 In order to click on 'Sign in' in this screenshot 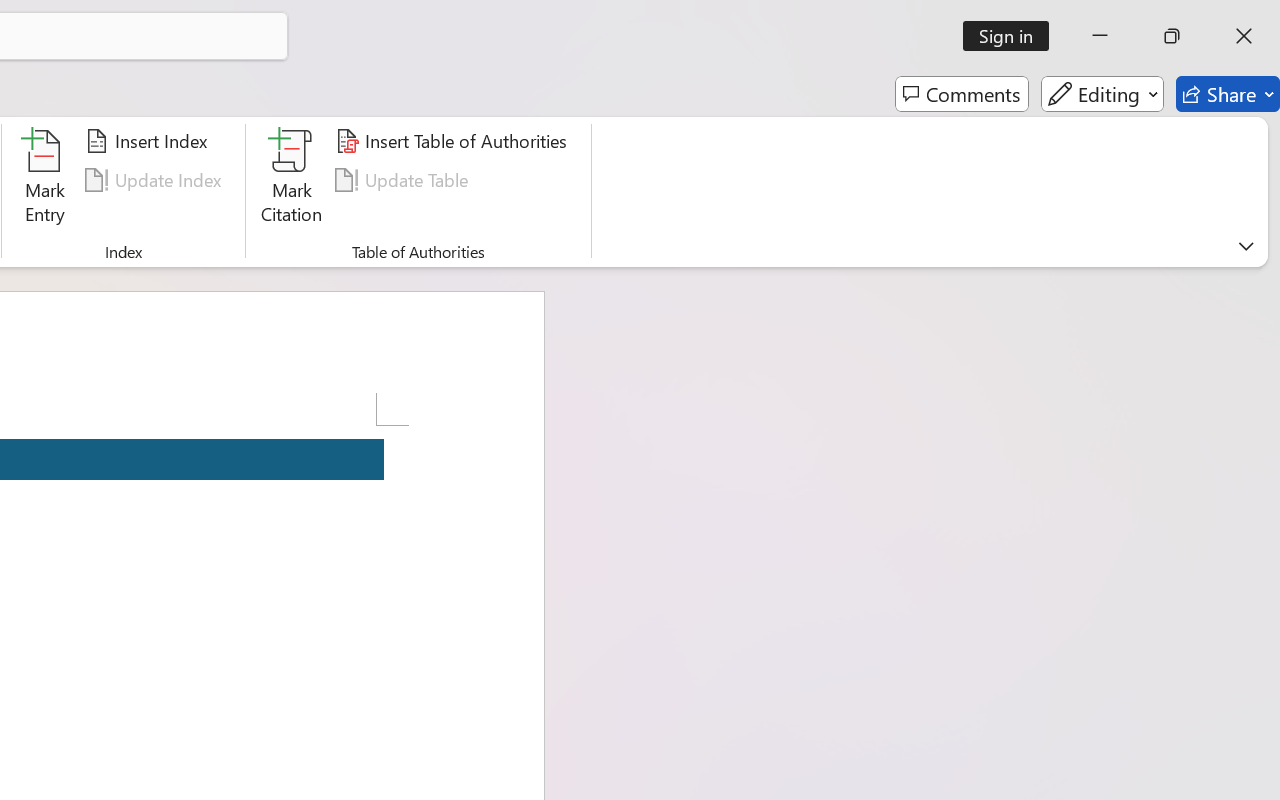, I will do `click(1013, 35)`.